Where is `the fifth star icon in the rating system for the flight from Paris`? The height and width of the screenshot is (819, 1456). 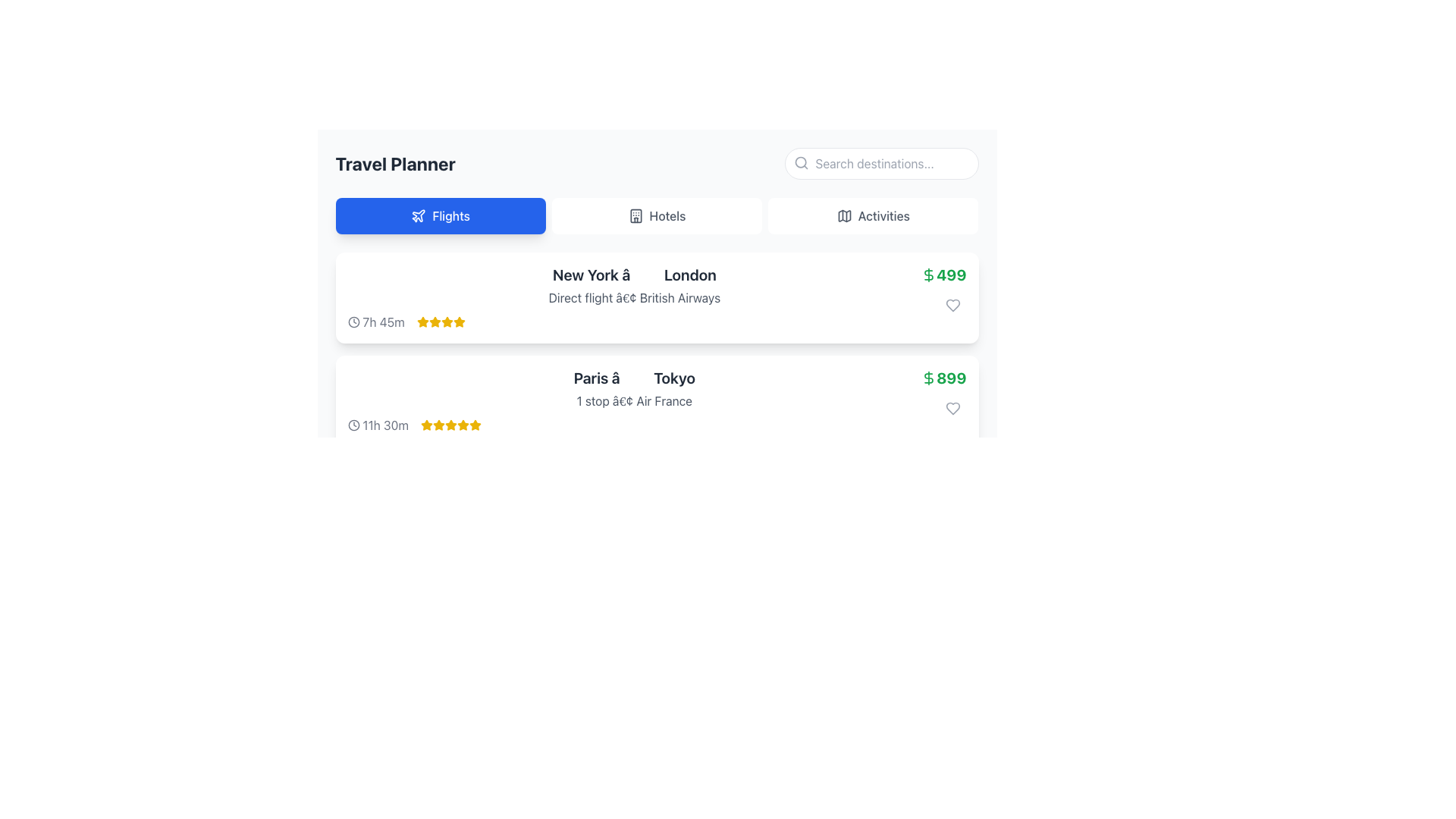
the fifth star icon in the rating system for the flight from Paris is located at coordinates (450, 425).